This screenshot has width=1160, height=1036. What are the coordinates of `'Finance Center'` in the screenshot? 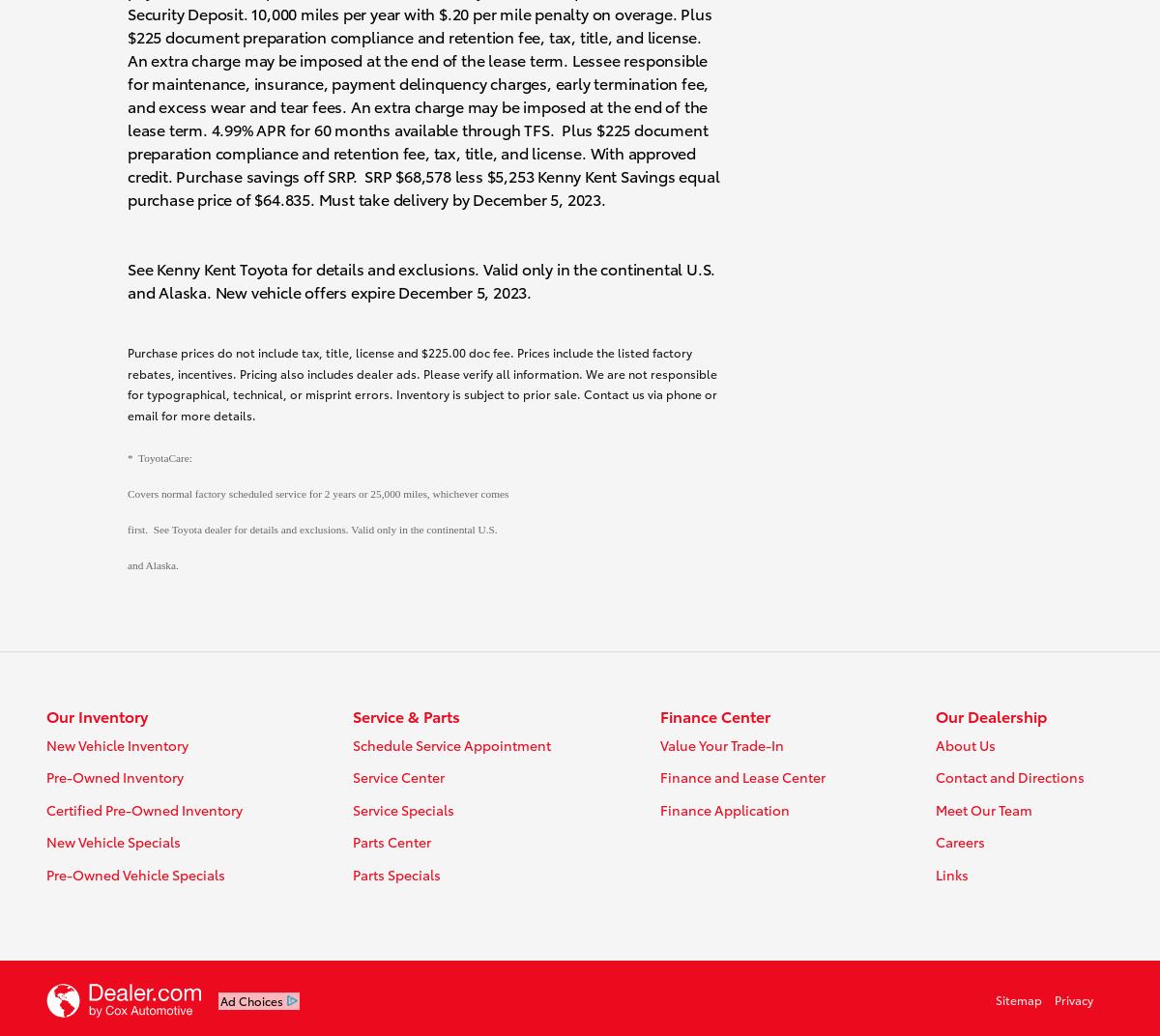 It's located at (715, 715).